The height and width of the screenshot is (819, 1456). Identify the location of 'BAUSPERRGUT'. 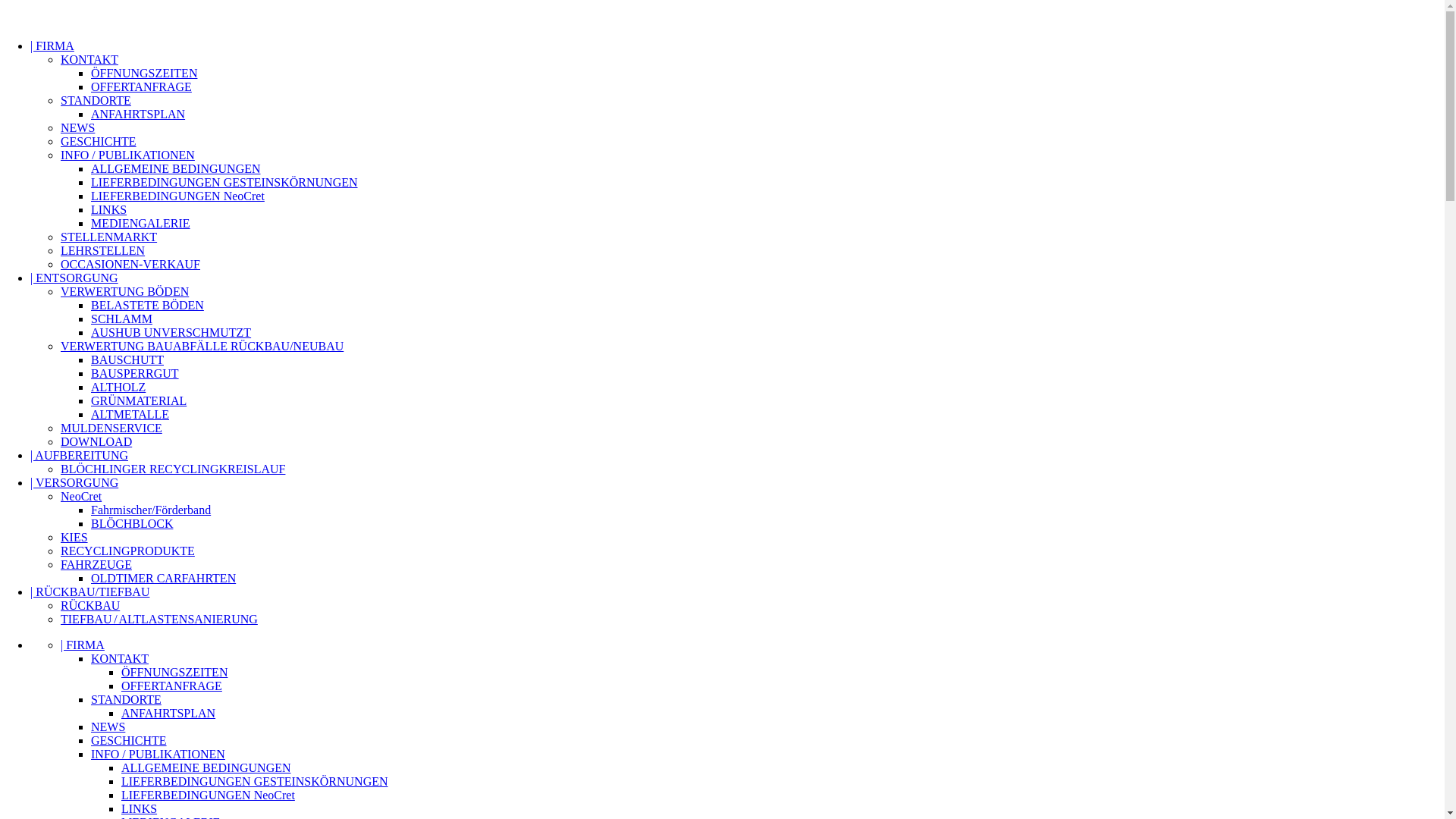
(134, 373).